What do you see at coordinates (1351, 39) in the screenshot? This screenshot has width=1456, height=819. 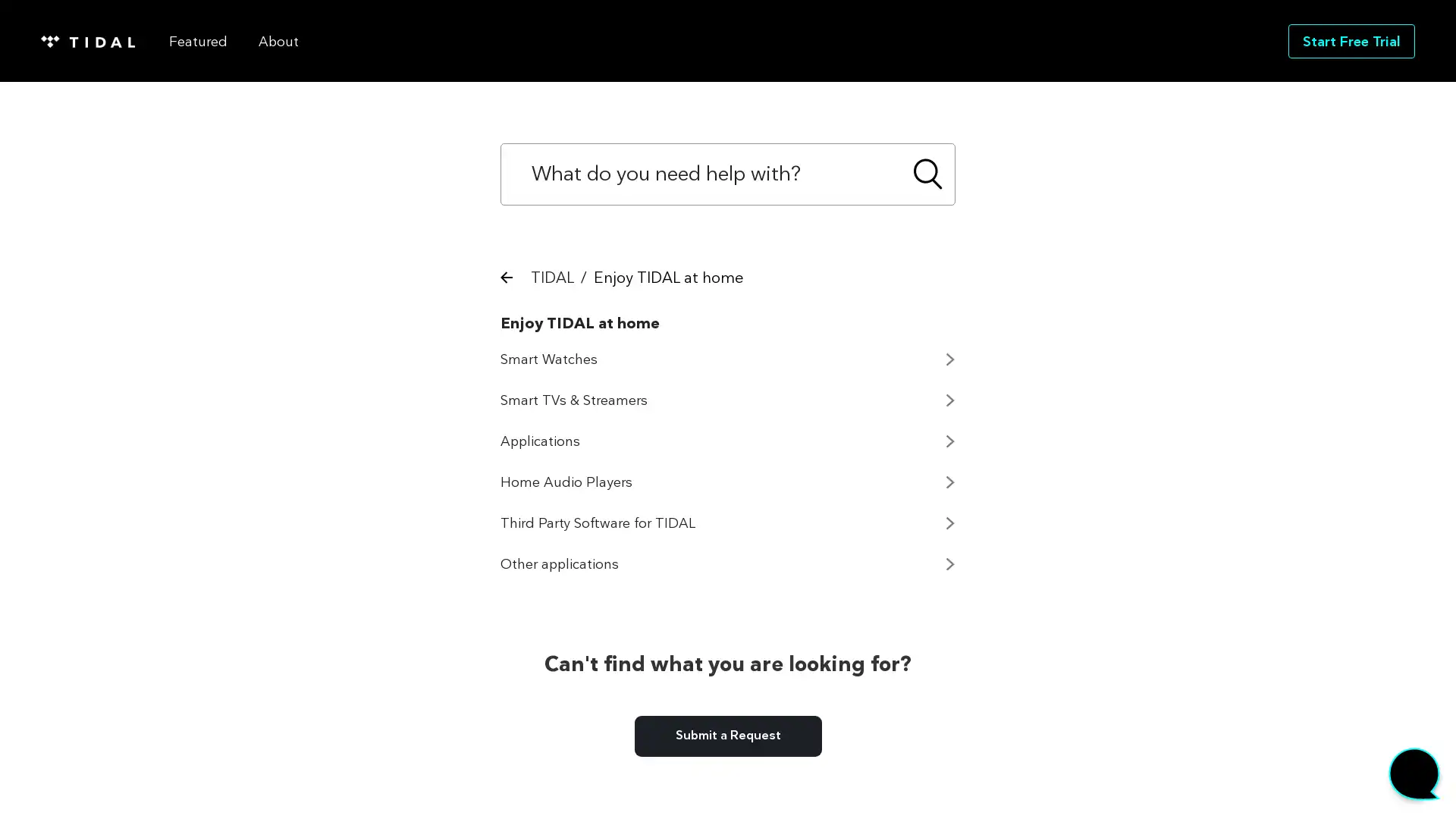 I see `Start Free Trial` at bounding box center [1351, 39].